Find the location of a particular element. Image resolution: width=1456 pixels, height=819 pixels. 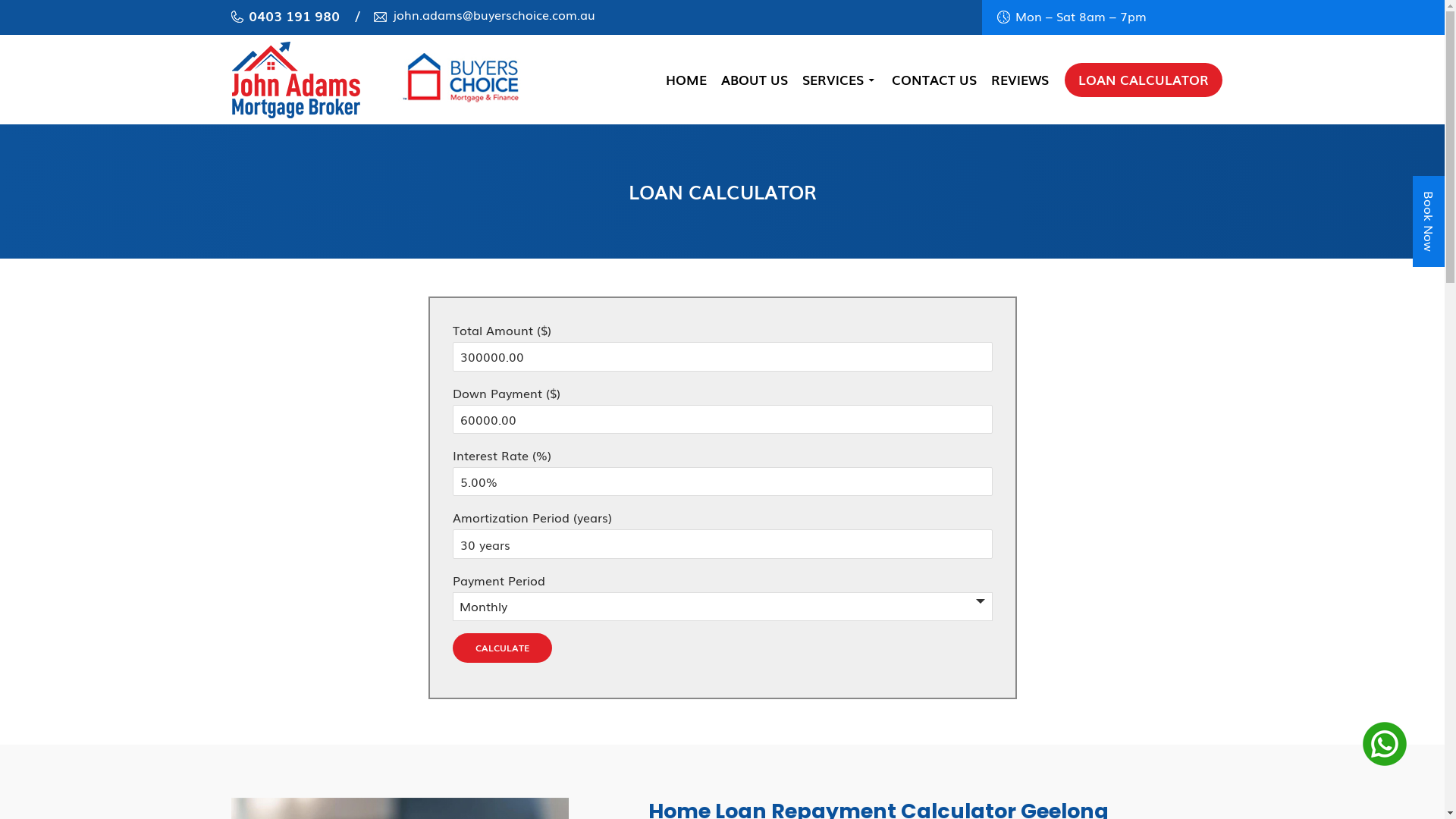

'ABOUT US' is located at coordinates (753, 79).